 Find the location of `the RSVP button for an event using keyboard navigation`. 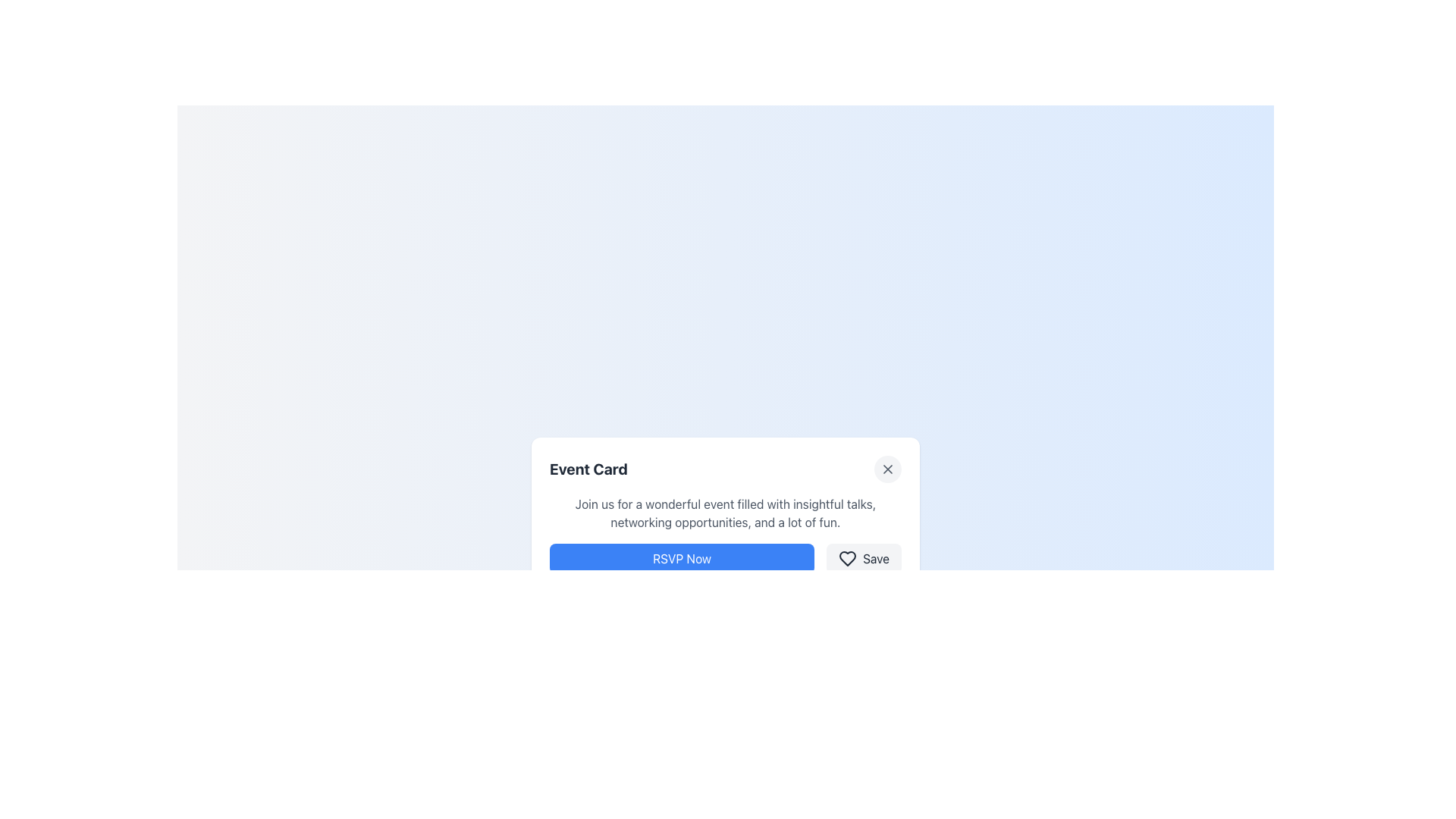

the RSVP button for an event using keyboard navigation is located at coordinates (681, 558).